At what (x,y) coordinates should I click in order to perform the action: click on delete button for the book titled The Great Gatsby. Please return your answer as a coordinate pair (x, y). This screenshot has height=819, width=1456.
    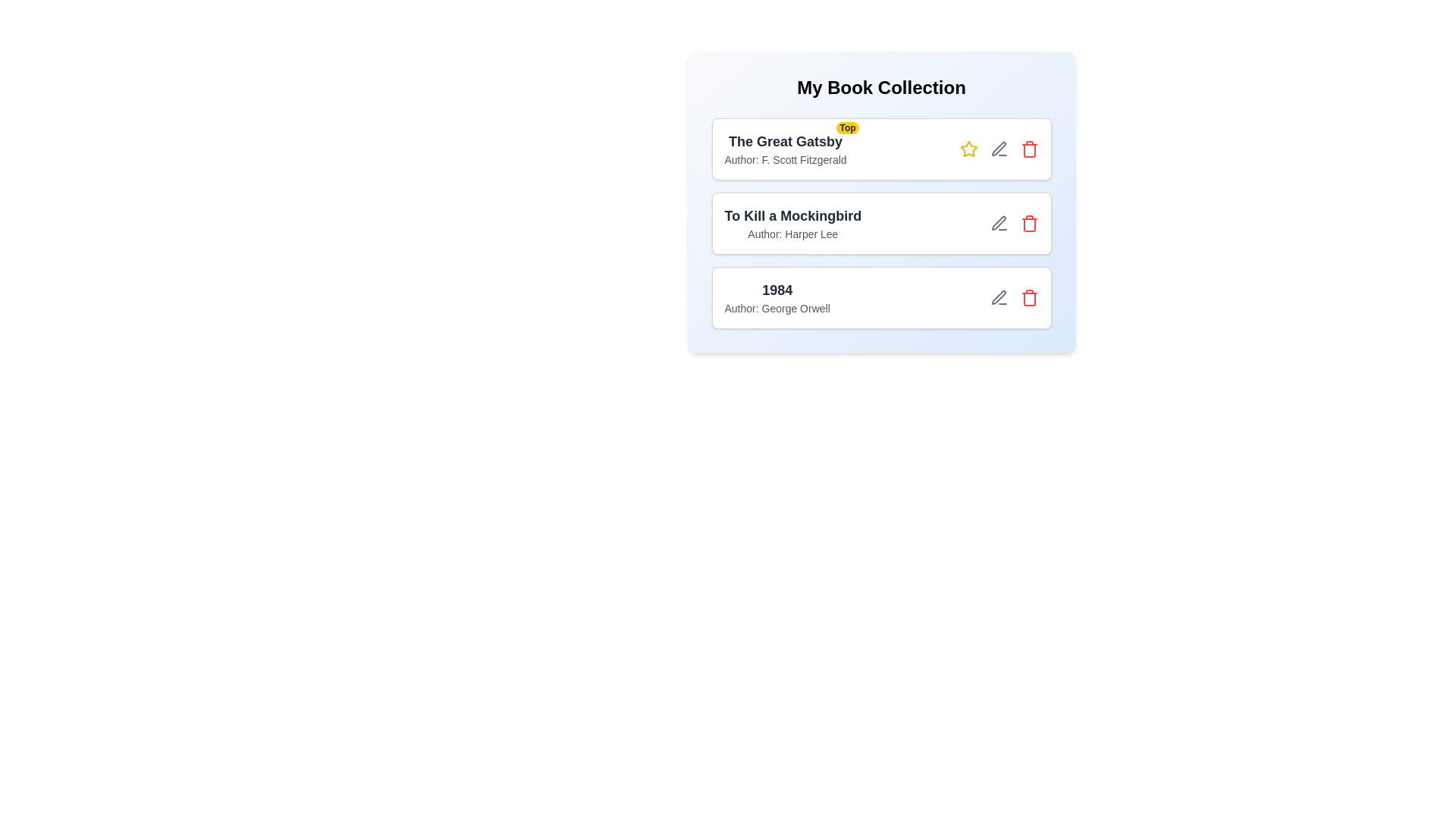
    Looking at the image, I should click on (1029, 149).